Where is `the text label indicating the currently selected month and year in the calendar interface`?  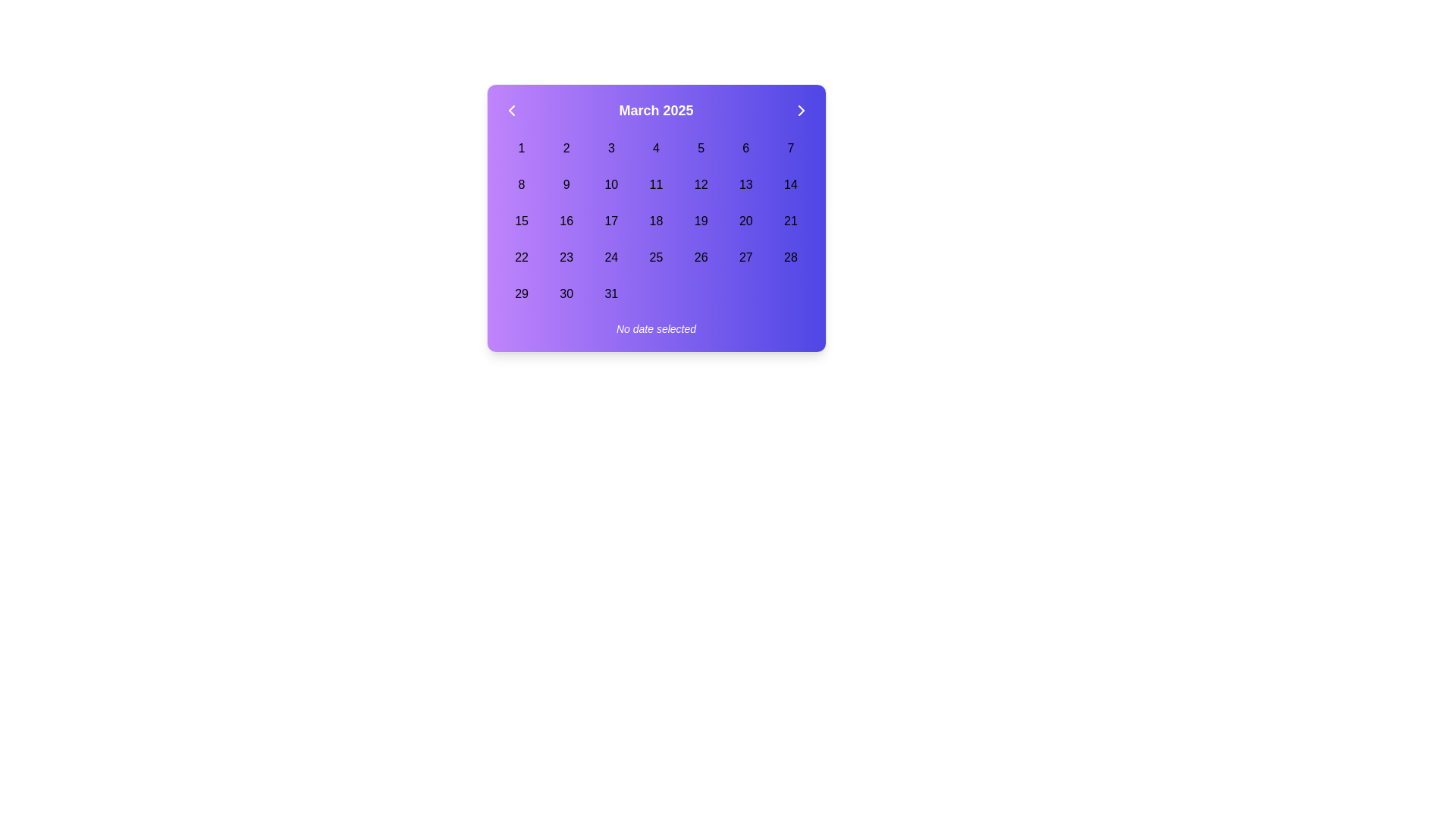 the text label indicating the currently selected month and year in the calendar interface is located at coordinates (656, 110).